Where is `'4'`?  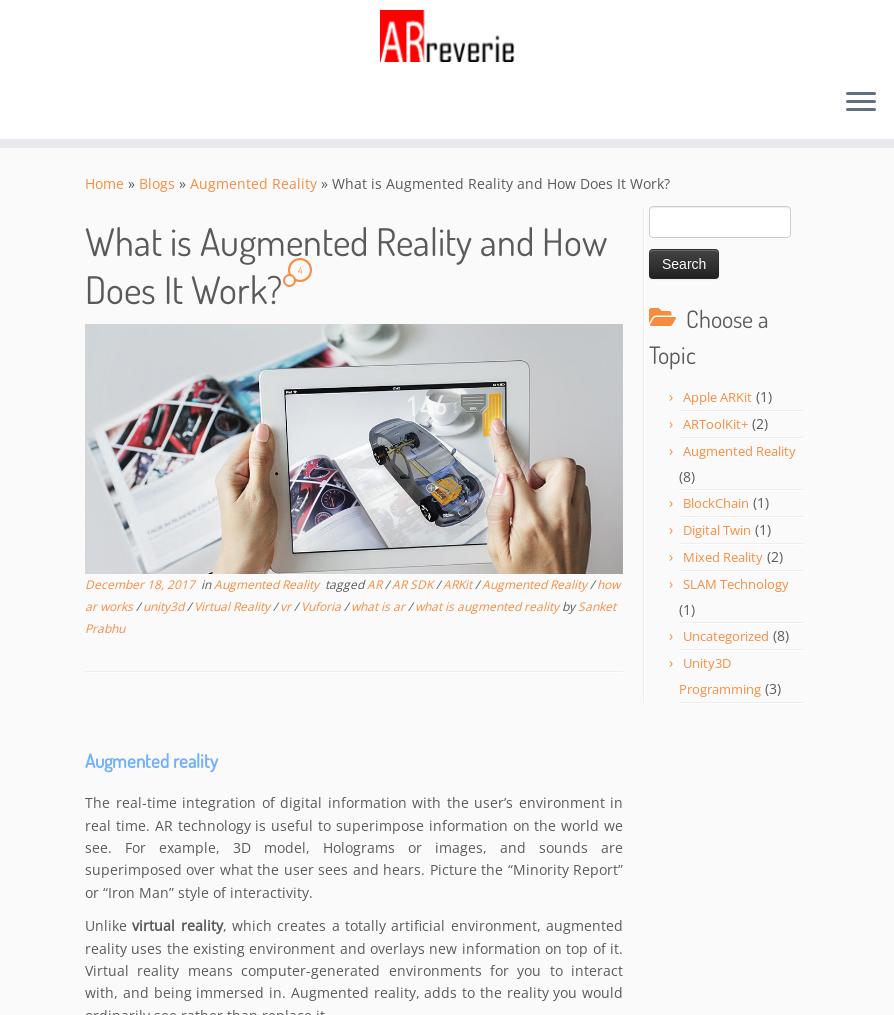
'4' is located at coordinates (299, 271).